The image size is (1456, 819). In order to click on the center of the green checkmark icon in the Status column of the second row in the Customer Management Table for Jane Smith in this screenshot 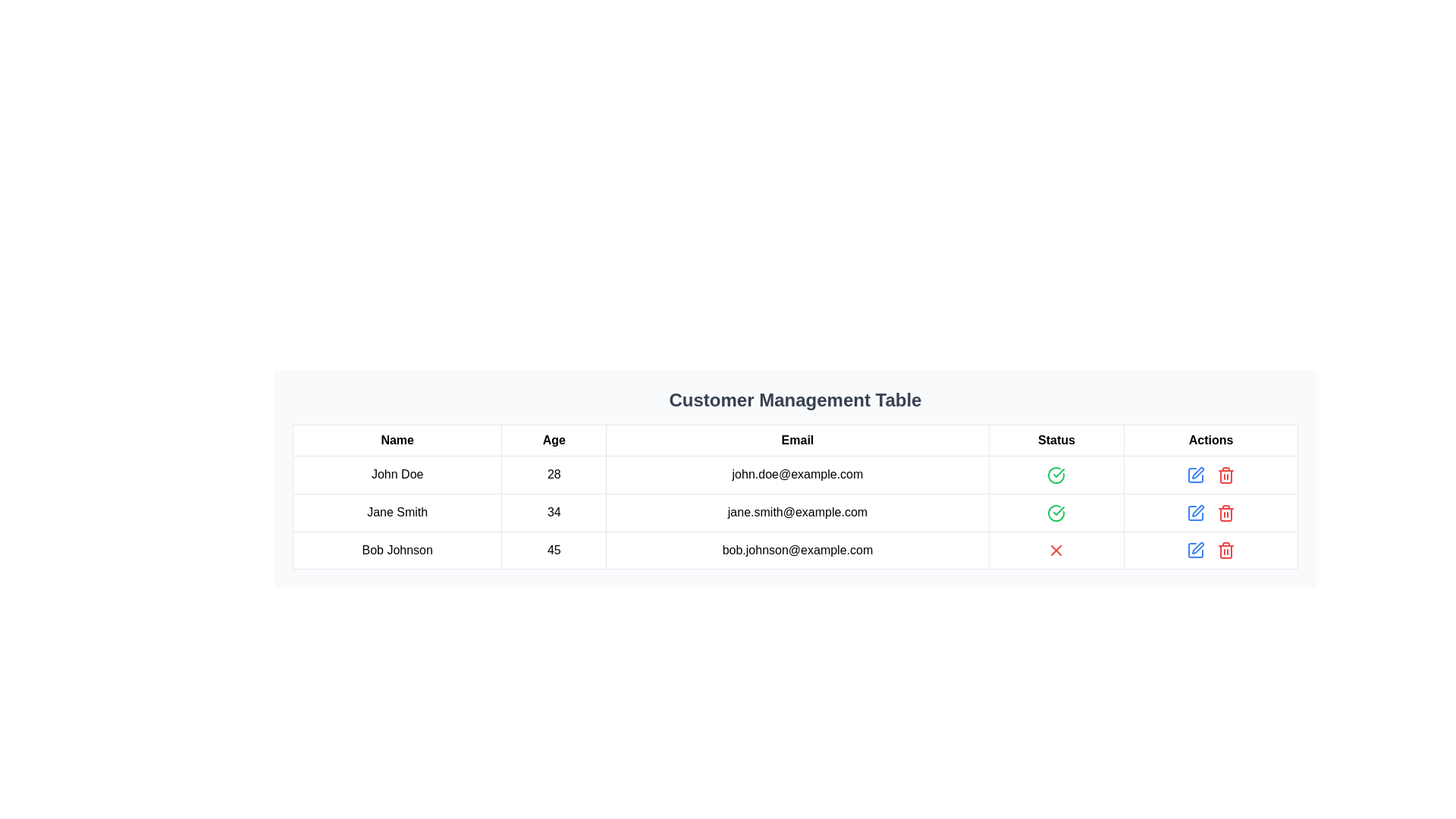, I will do `click(1058, 472)`.